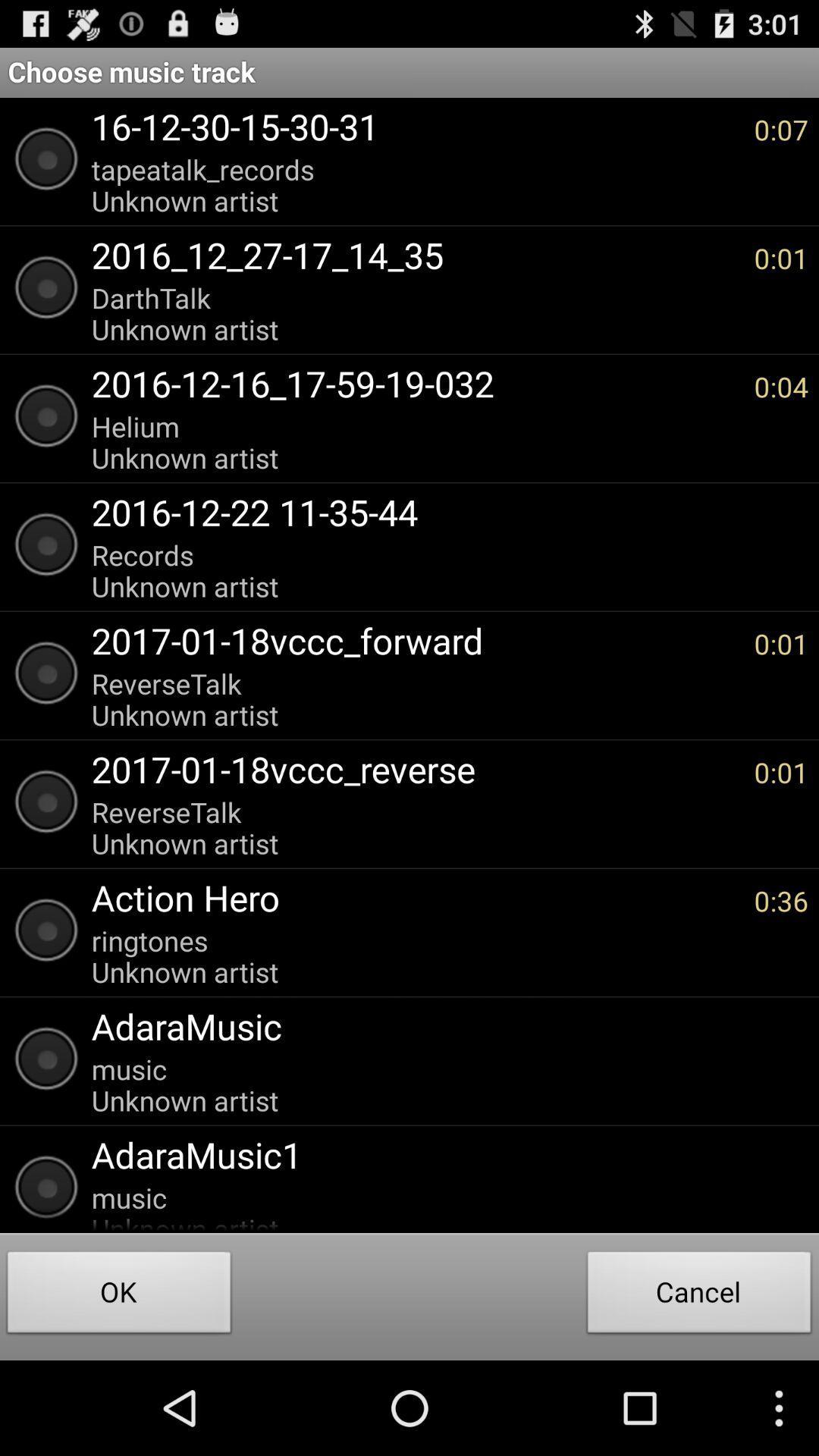 The height and width of the screenshot is (1456, 819). What do you see at coordinates (699, 1295) in the screenshot?
I see `icon to the right of ok button` at bounding box center [699, 1295].